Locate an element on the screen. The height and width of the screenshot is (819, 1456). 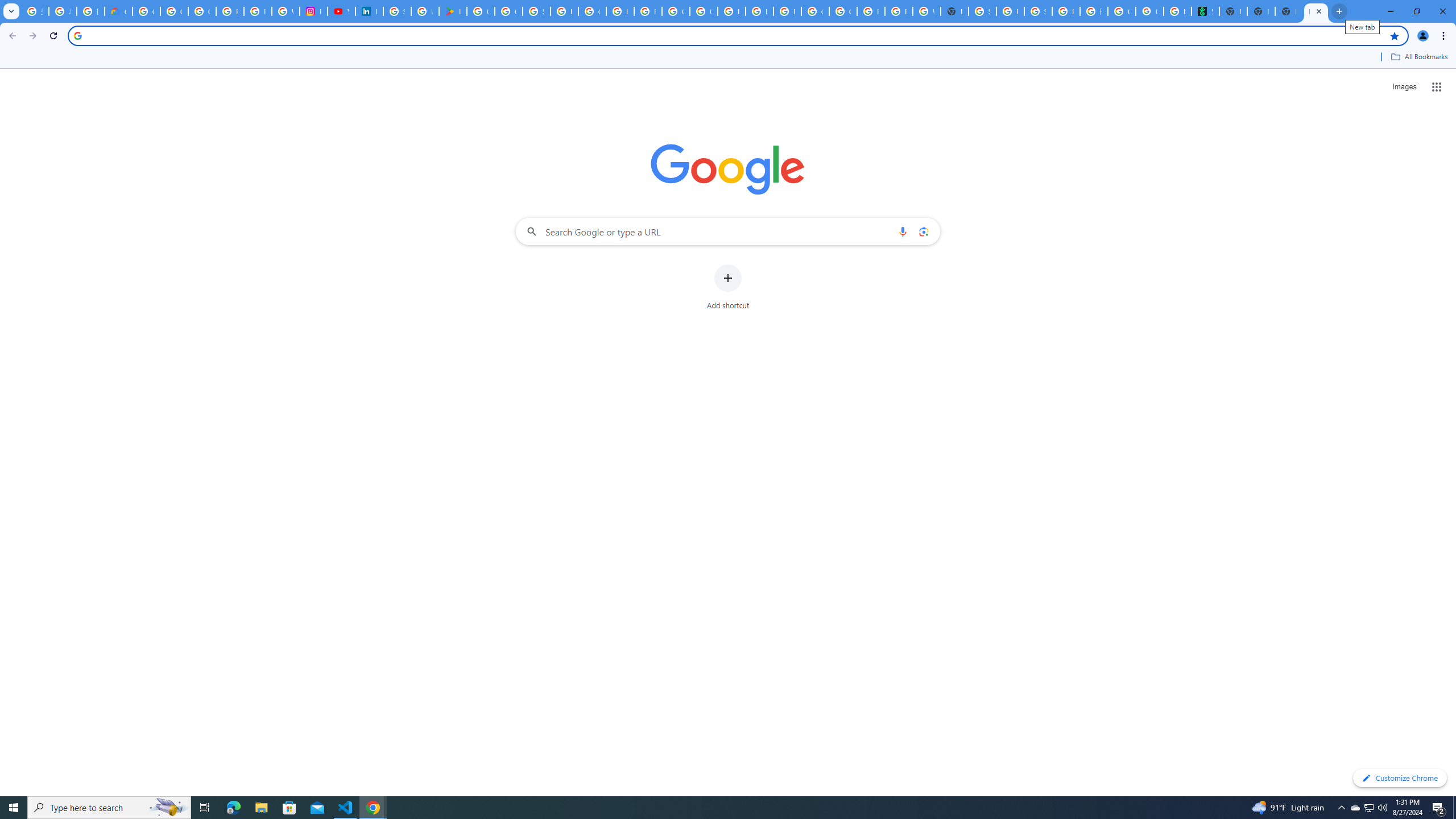
'Google Cloud Platform' is located at coordinates (814, 11).